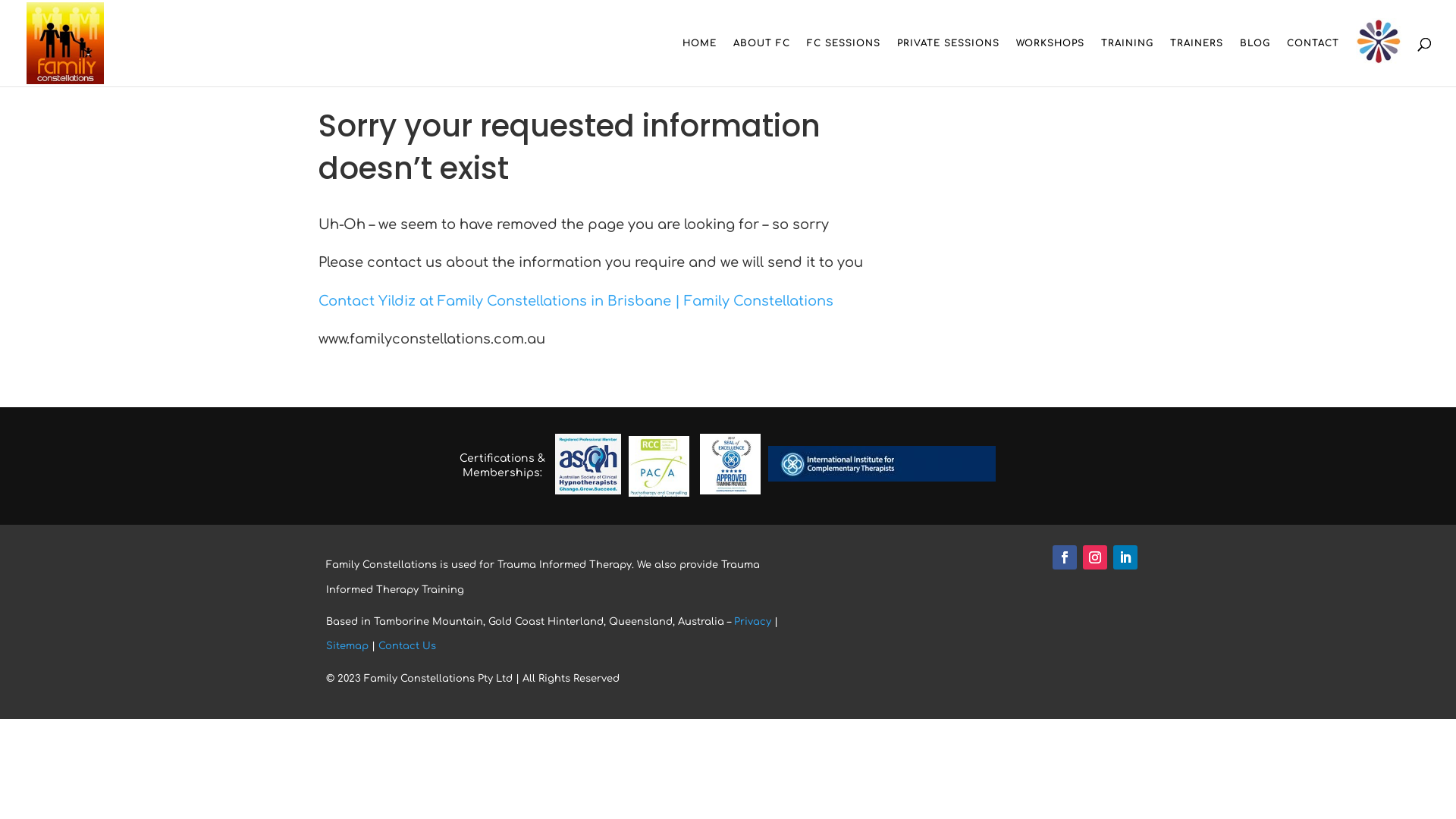  What do you see at coordinates (1127, 61) in the screenshot?
I see `'TRAINING'` at bounding box center [1127, 61].